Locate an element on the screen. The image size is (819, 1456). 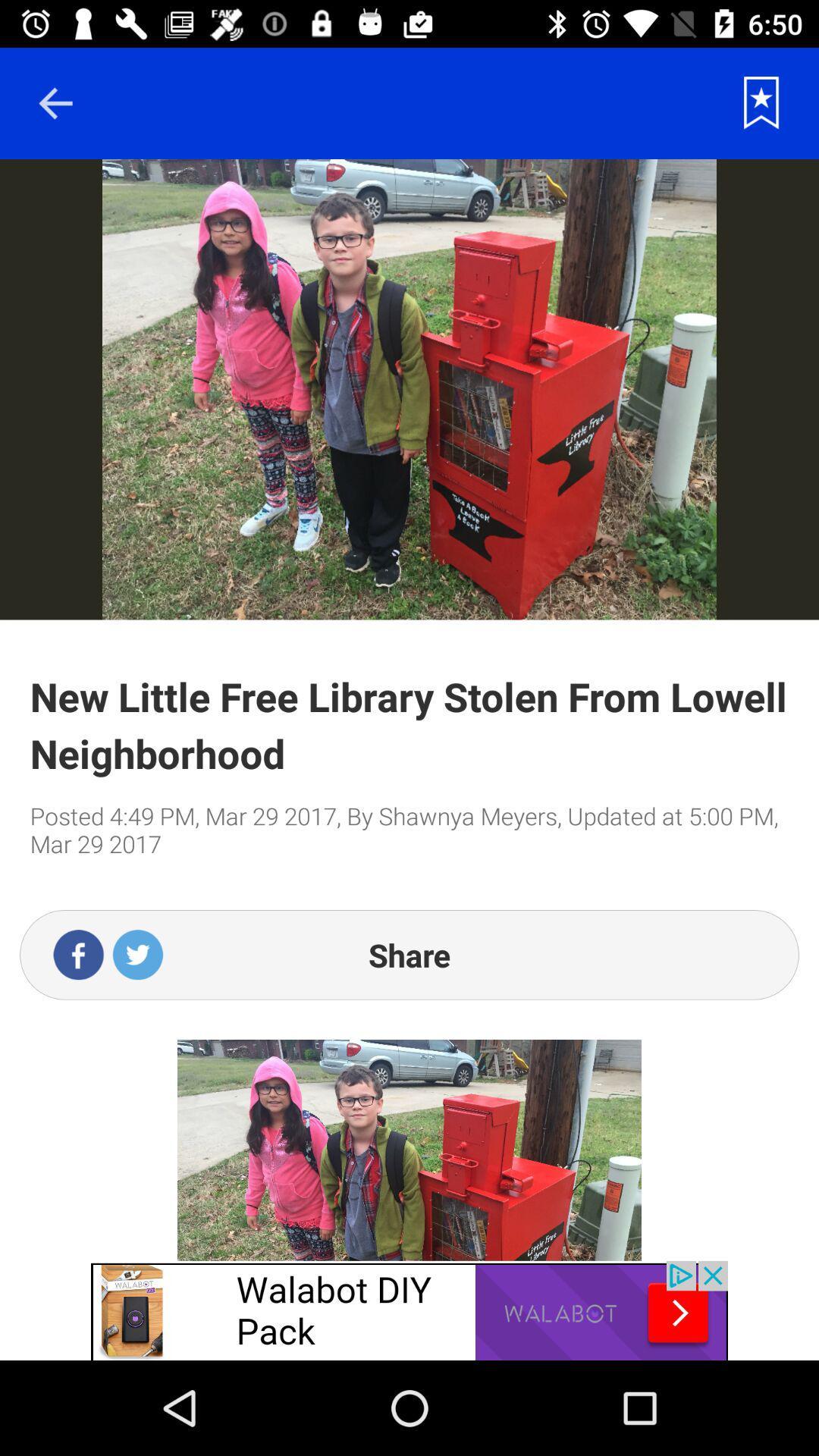
to save the page is located at coordinates (761, 102).